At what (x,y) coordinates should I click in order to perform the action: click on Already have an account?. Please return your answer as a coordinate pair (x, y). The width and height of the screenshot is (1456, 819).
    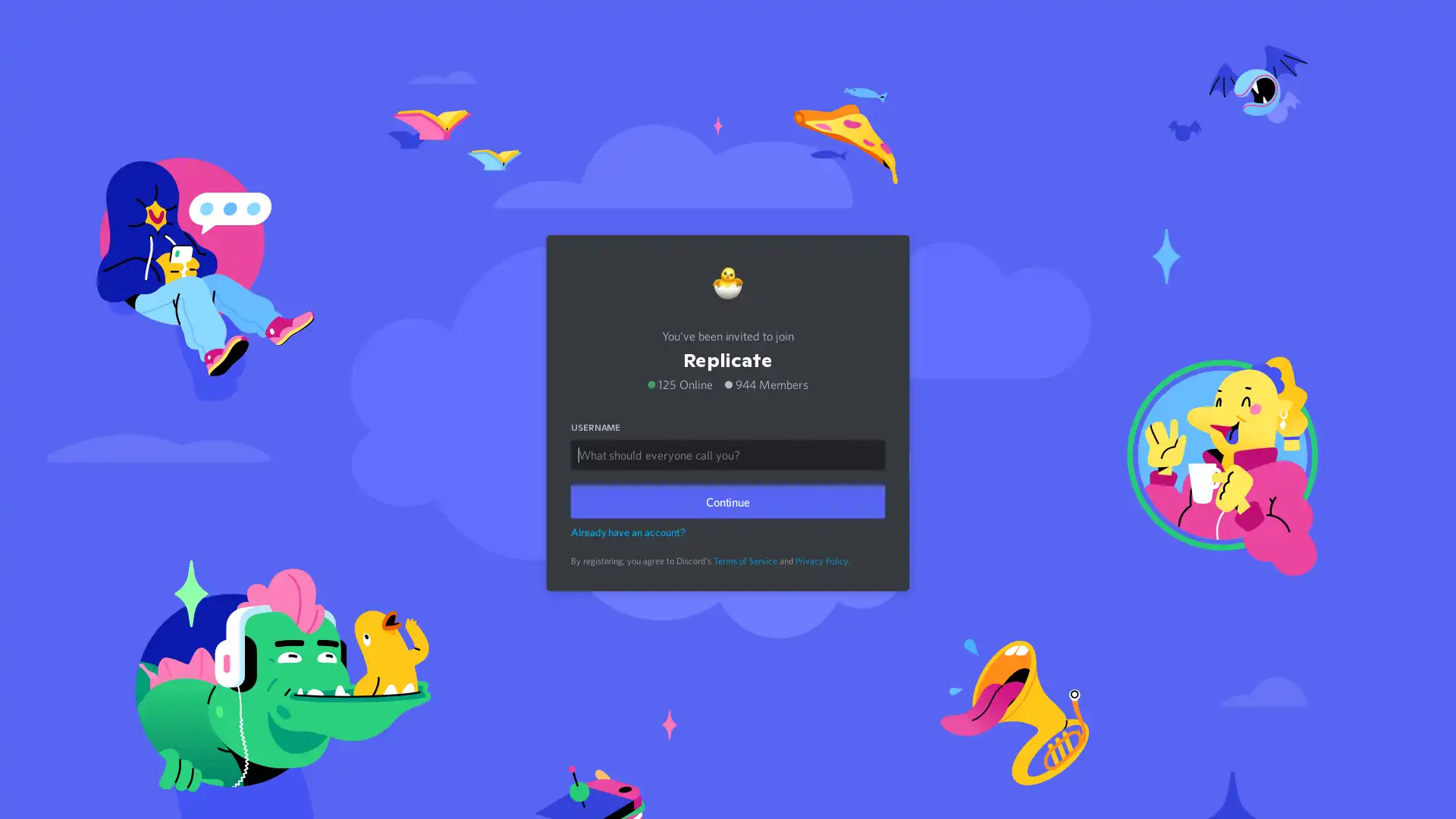
    Looking at the image, I should click on (628, 528).